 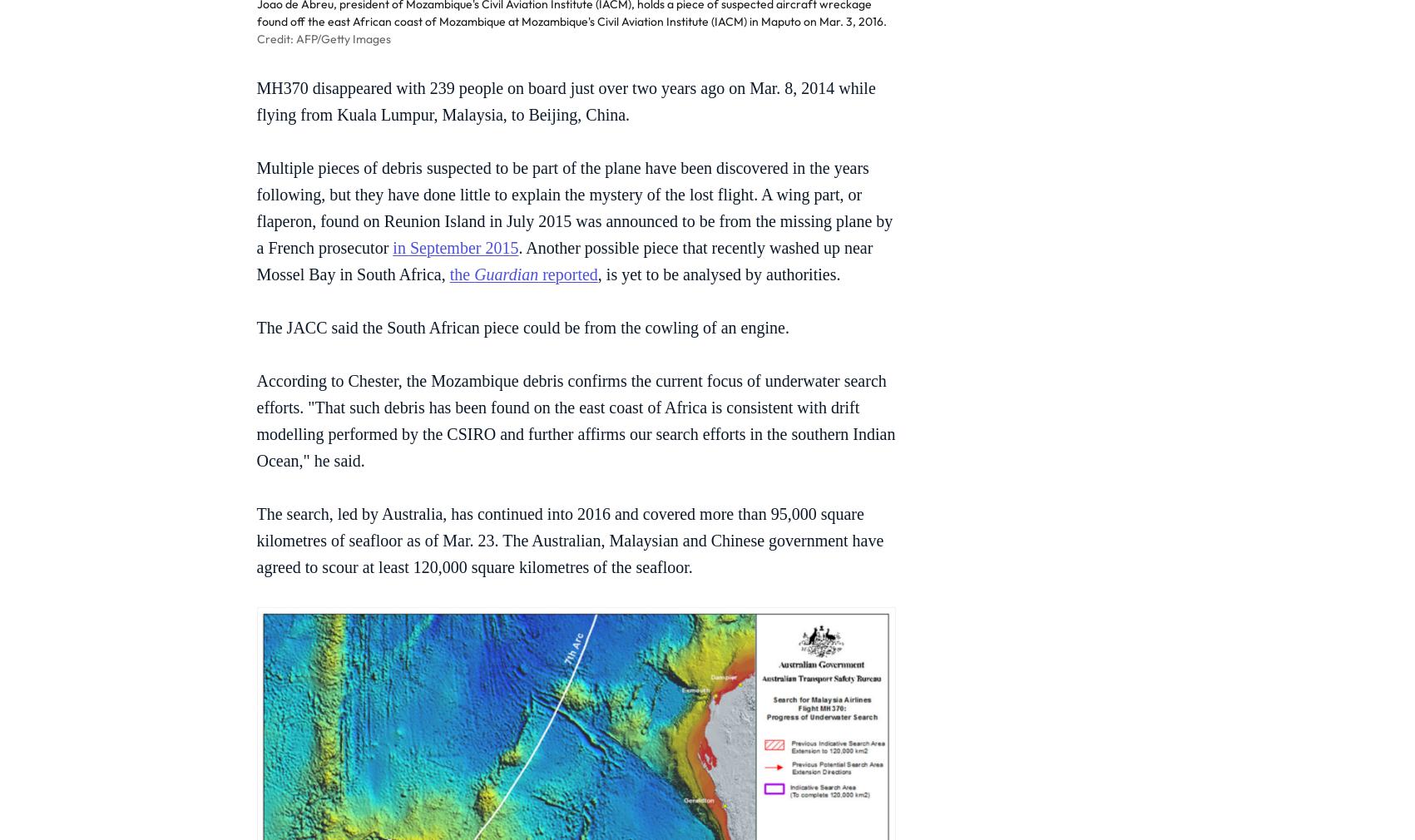 What do you see at coordinates (565, 101) in the screenshot?
I see `'MH370 disappeared with 239 people on board just over two years ago on Mar. 8, 2014 while flying from Kuala Lumpur, Malaysia, to Beijing, China.'` at bounding box center [565, 101].